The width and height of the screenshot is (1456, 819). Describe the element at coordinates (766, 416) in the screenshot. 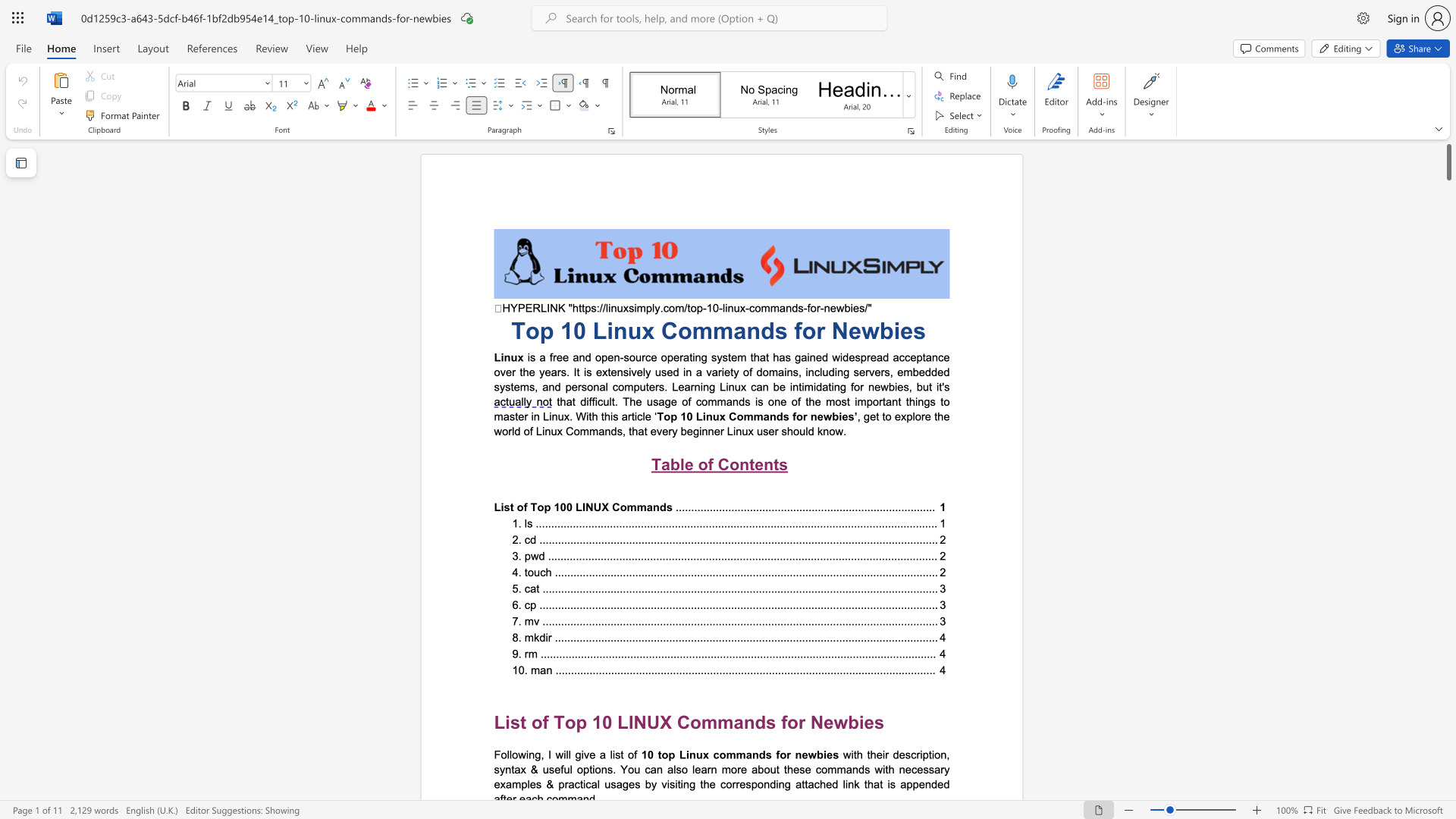

I see `the 1th character "a" in the text` at that location.